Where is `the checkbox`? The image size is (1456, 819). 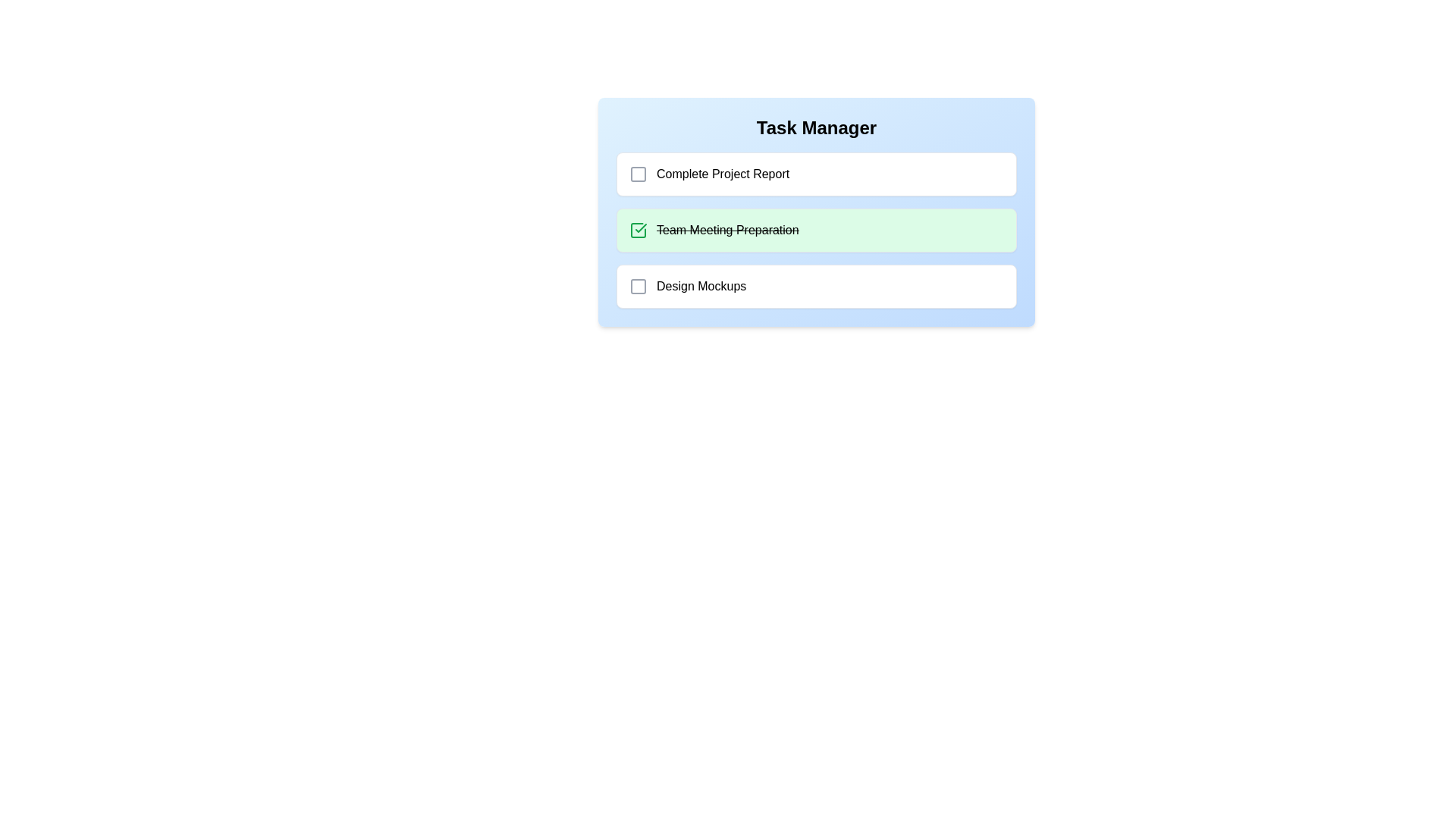 the checkbox is located at coordinates (638, 174).